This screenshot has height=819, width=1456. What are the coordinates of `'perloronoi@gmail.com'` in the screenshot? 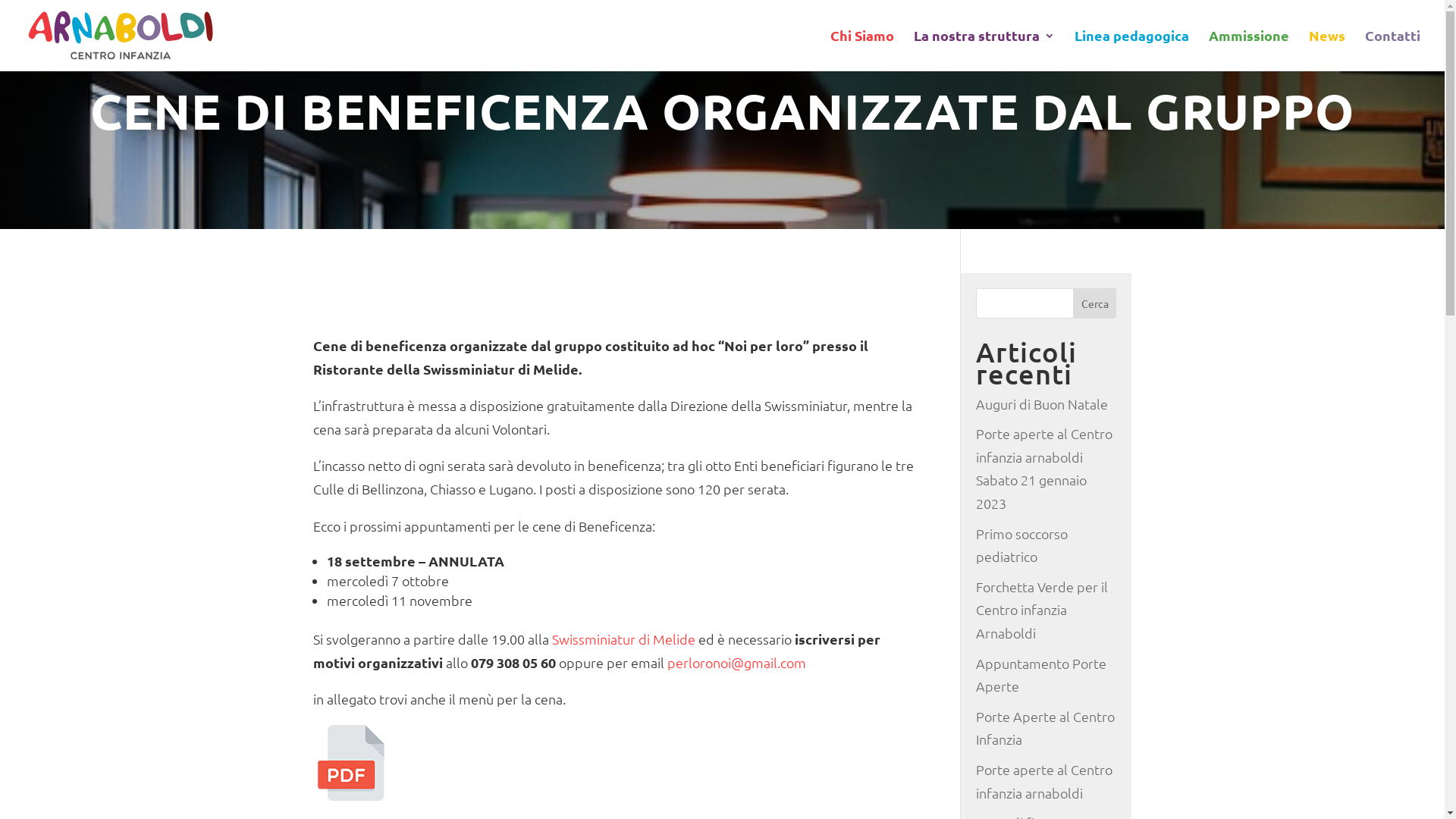 It's located at (736, 661).